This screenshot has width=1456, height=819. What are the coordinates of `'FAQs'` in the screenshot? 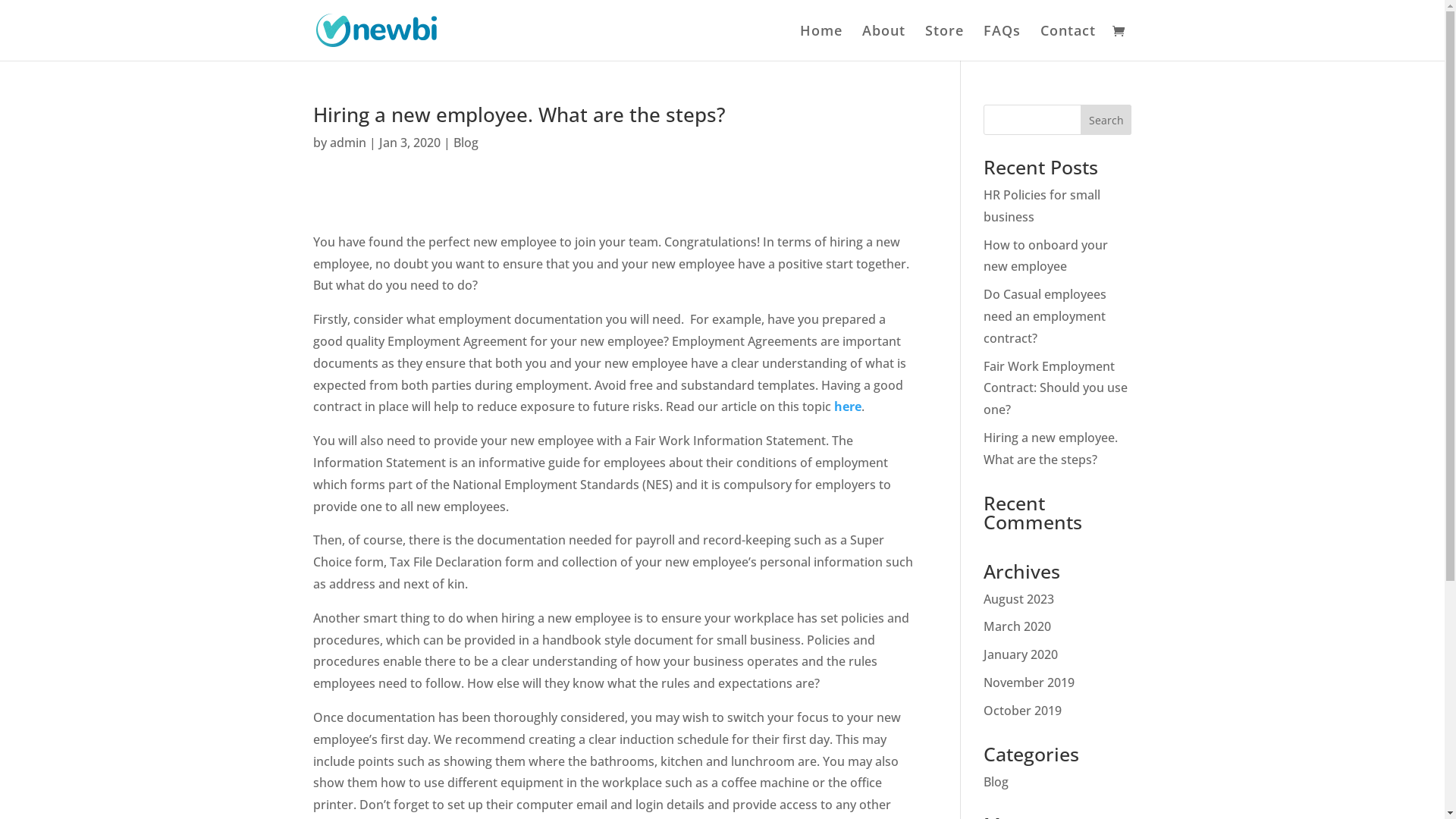 It's located at (1001, 42).